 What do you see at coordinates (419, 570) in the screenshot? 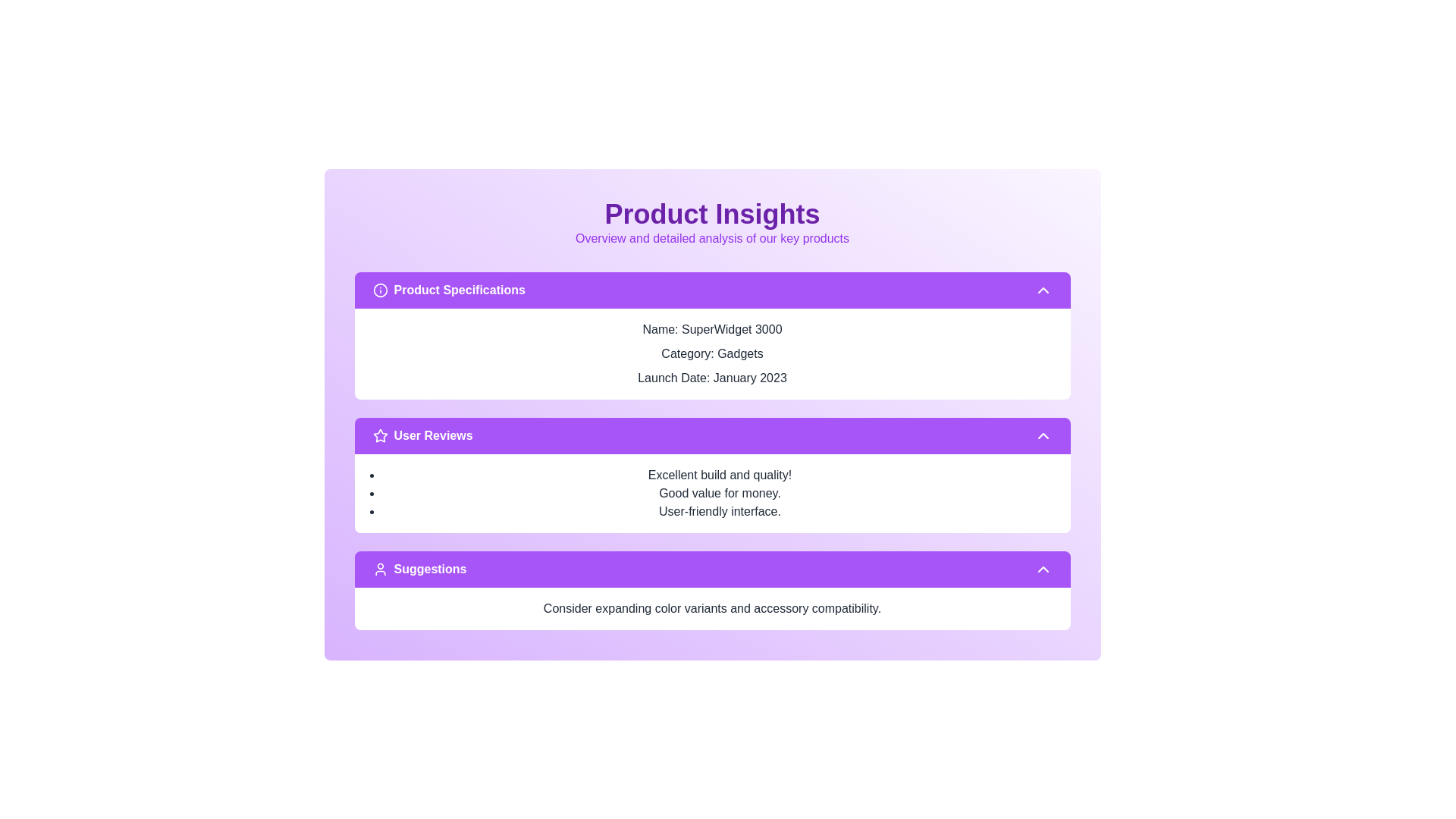
I see `text from the 'Suggestions' header section, which features large, bold, white text on a purple background, located at the bottom of the vertical stack of panels` at bounding box center [419, 570].